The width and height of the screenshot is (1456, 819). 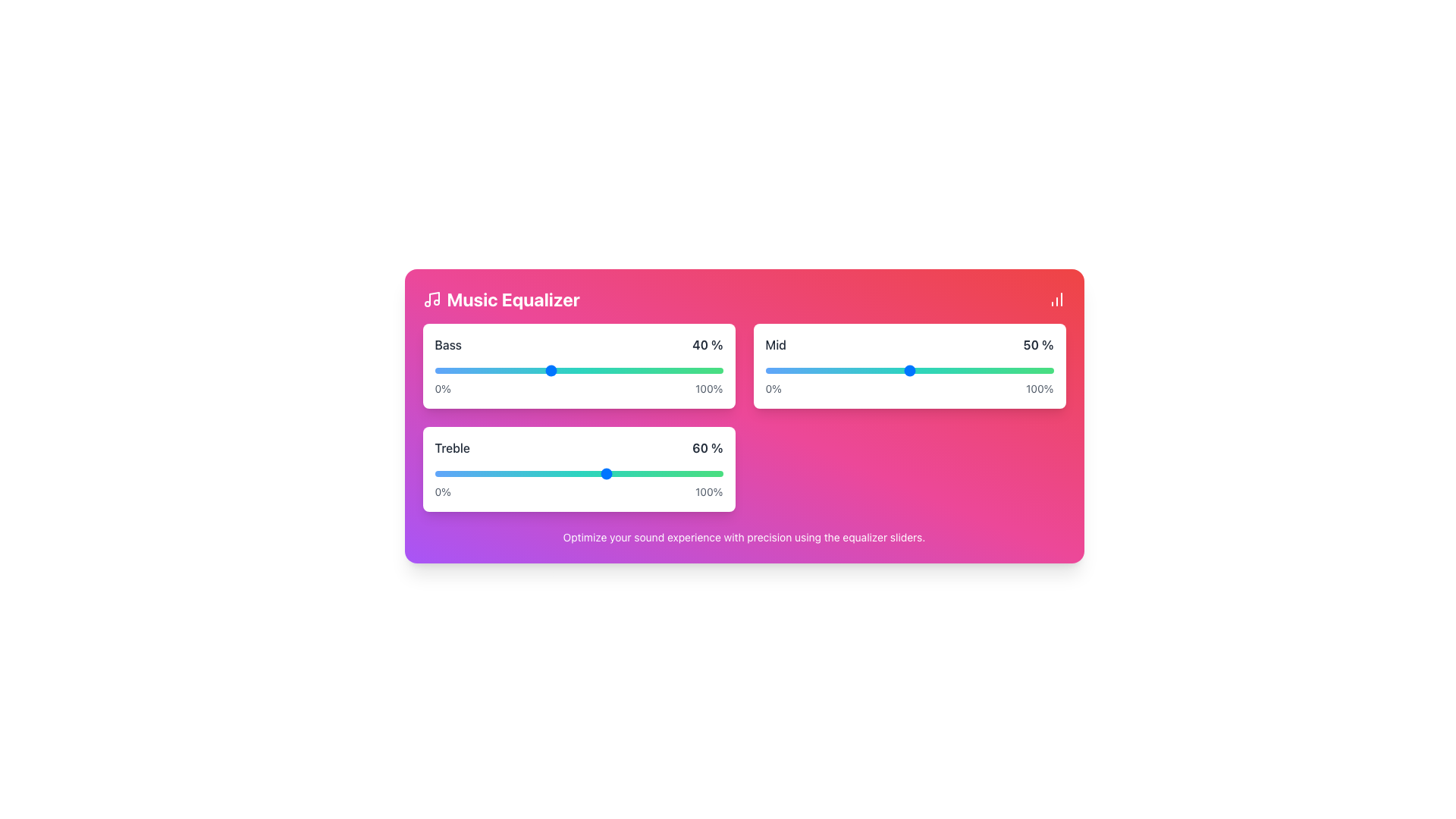 I want to click on the text block that says 'Optimize your sound experience with precision using the equalizer sliders.' which is displayed in white against a purple to pink gradient background at the bottom of the card-like interface, so click(x=744, y=537).